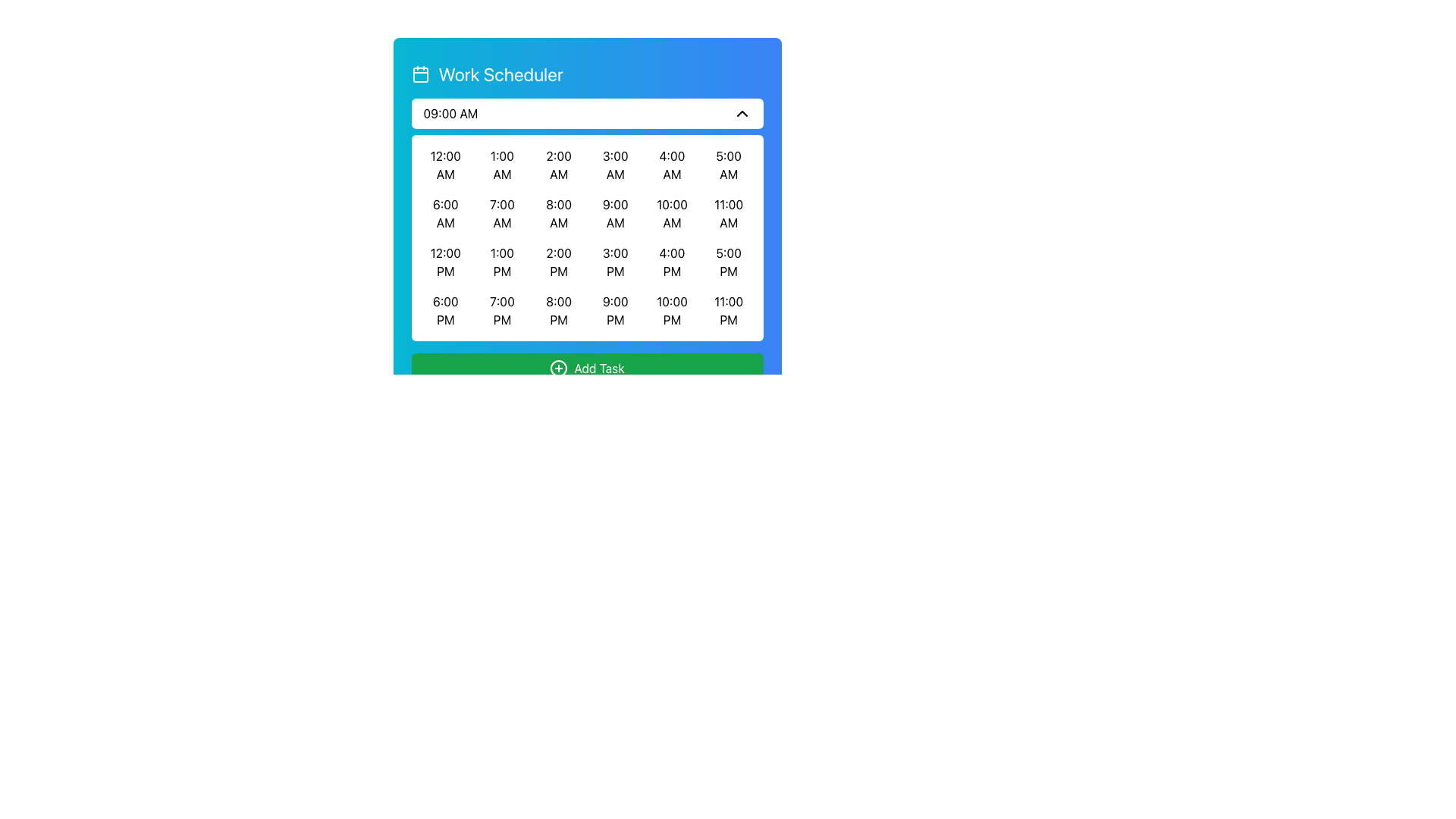  I want to click on the interactive time slot button for '9:00 PM', so click(615, 309).